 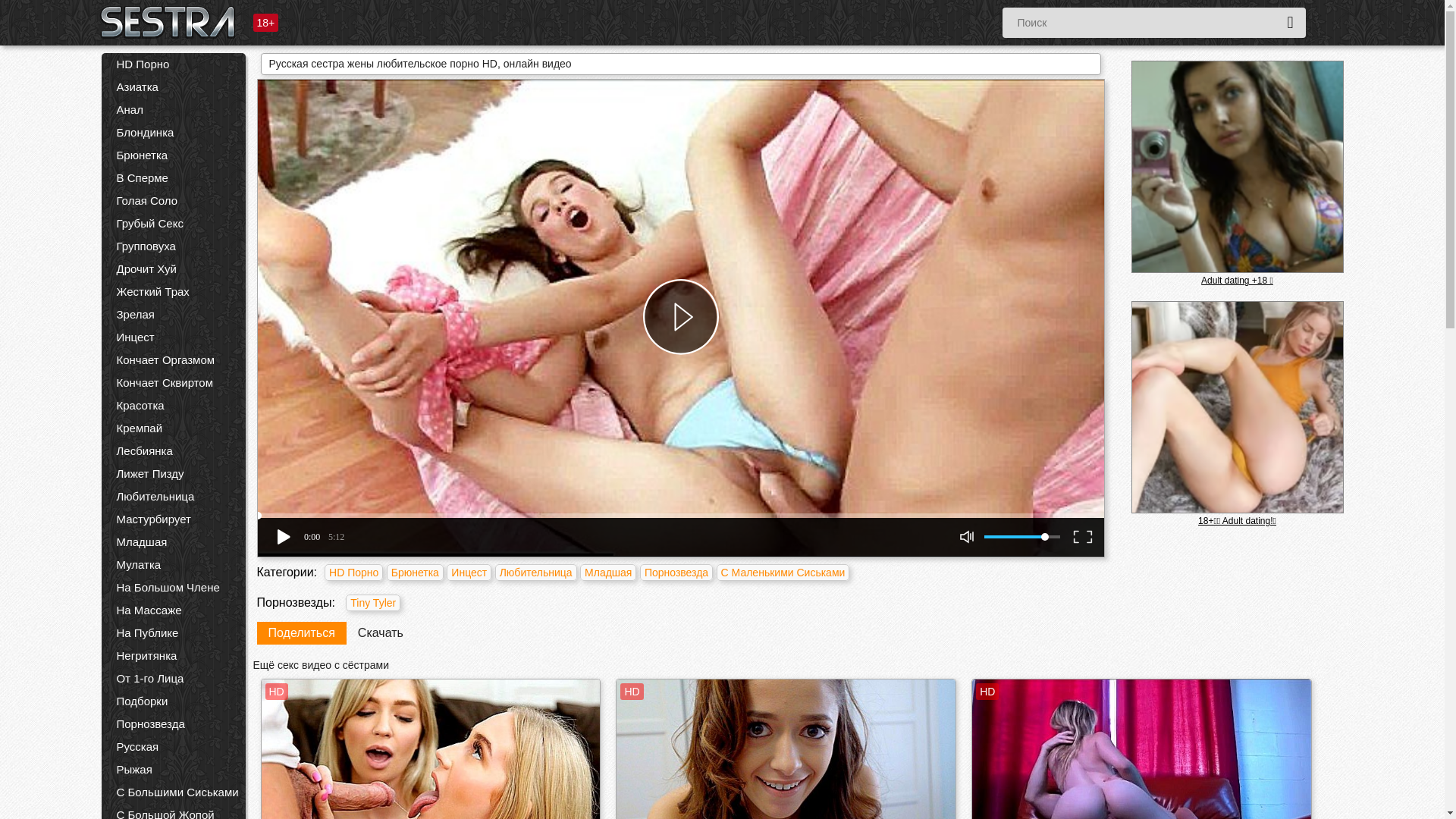 I want to click on 'Tiny Tyler', so click(x=372, y=601).